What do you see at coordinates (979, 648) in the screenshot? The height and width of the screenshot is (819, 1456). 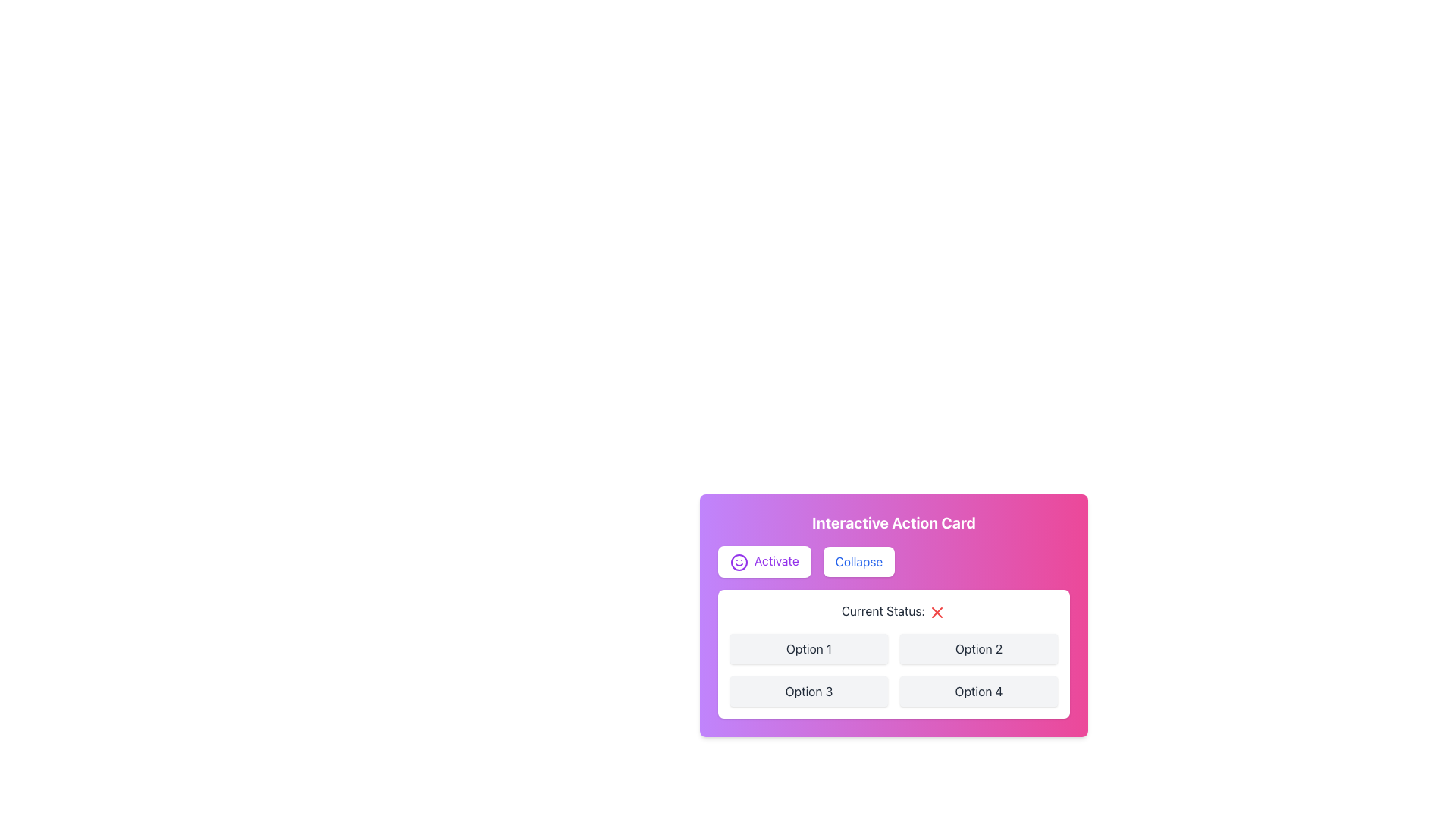 I see `the button labeled 'Option 2' located in the top-right quadrant of a two-by-two grid` at bounding box center [979, 648].